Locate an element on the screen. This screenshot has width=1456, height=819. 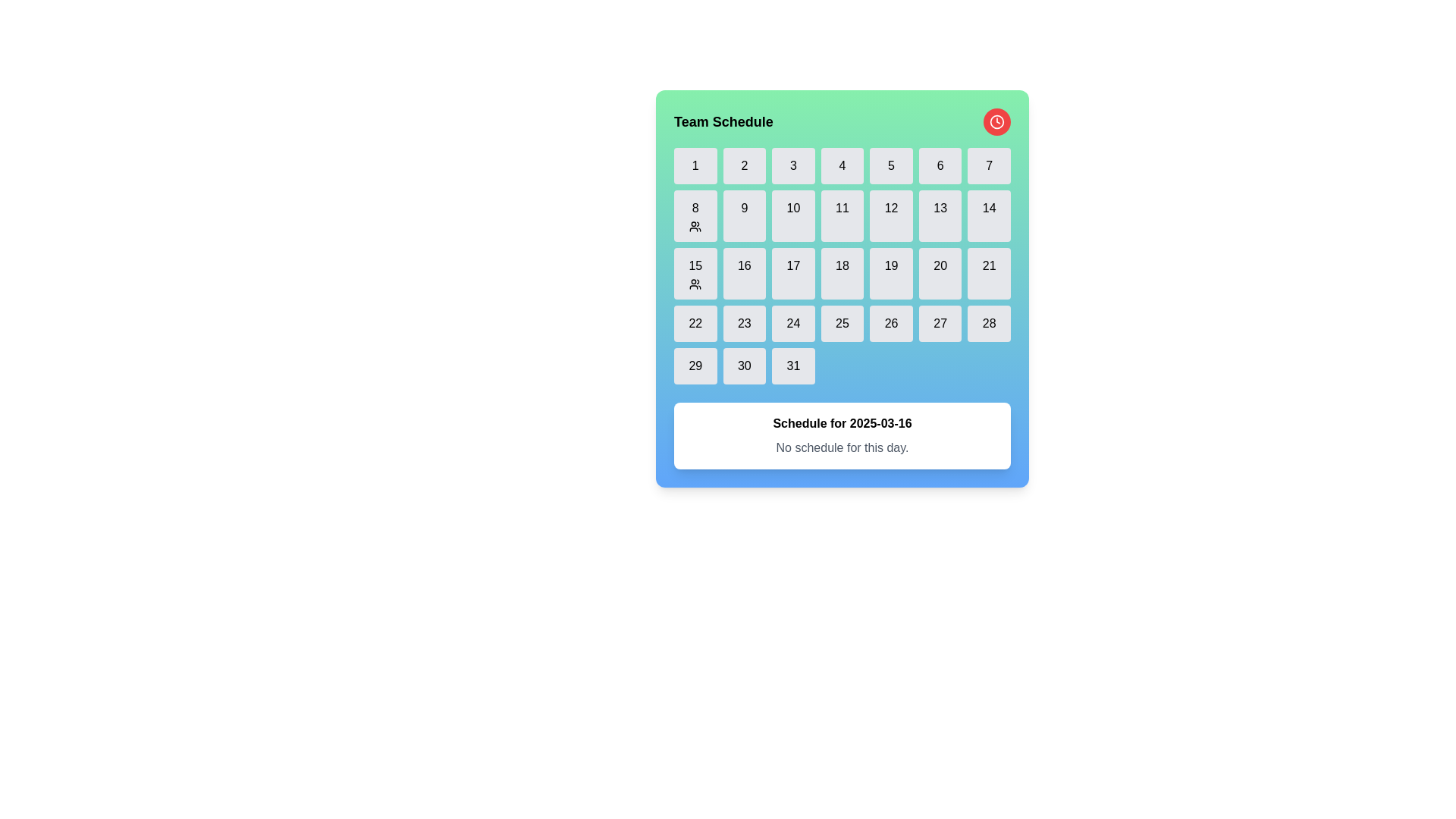
the button labeled '6' in the 'Team Schedule' grid is located at coordinates (940, 166).